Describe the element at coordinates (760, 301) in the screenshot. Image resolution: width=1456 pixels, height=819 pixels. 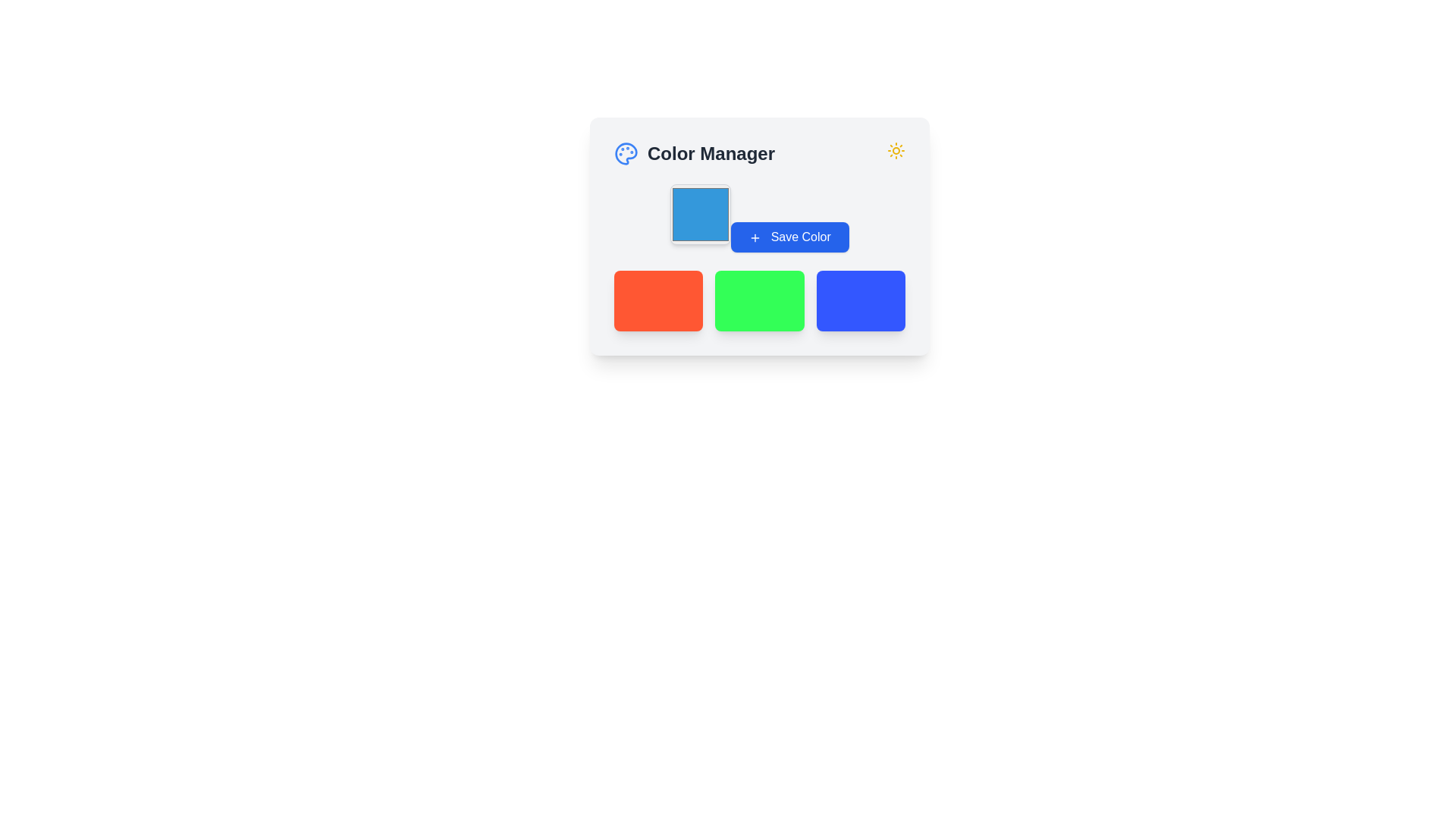
I see `the middle box in the 3-column grid layout that serves as an indicator for the 'Color Manager' theme` at that location.